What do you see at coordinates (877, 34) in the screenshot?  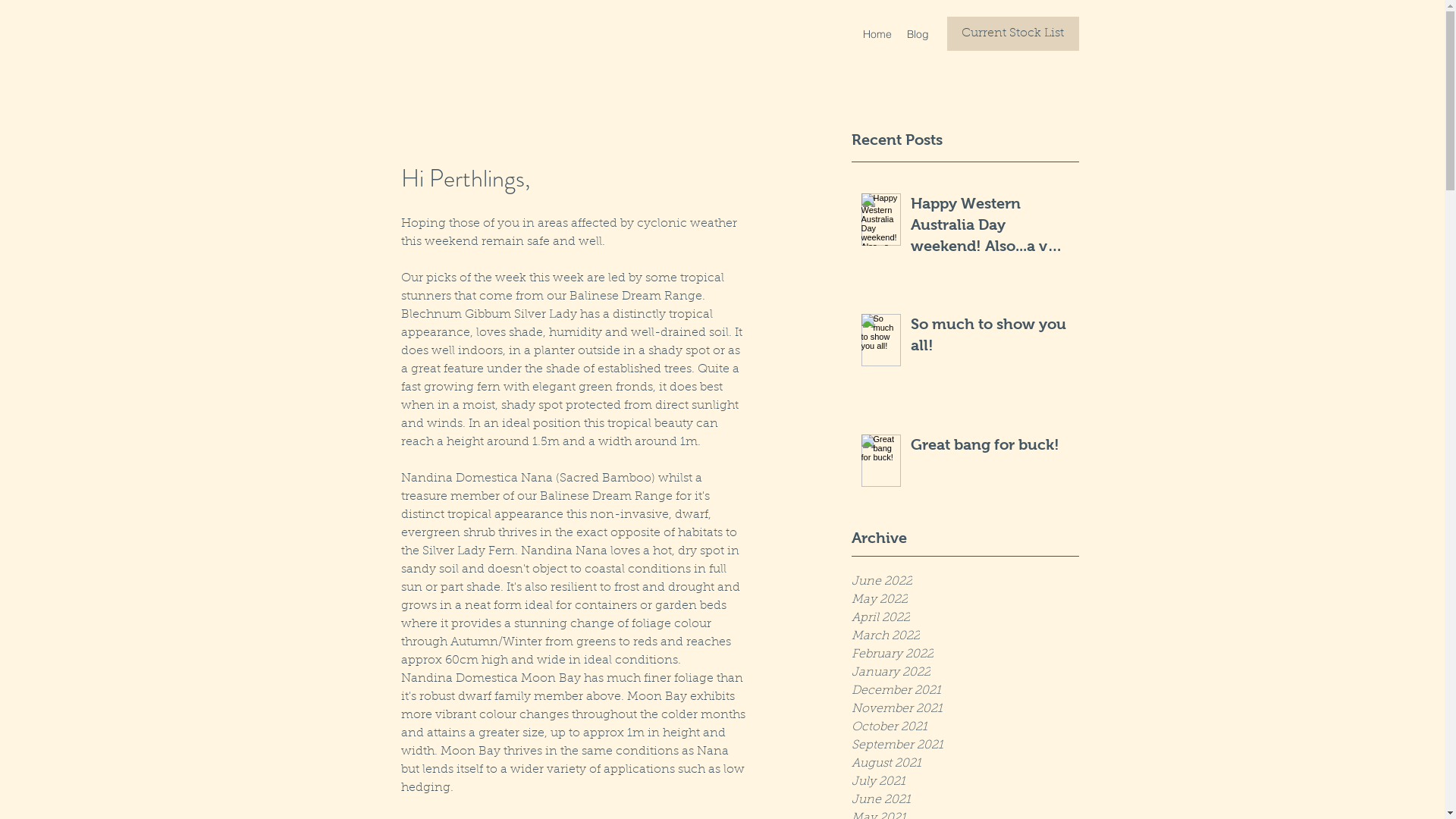 I see `'Home'` at bounding box center [877, 34].